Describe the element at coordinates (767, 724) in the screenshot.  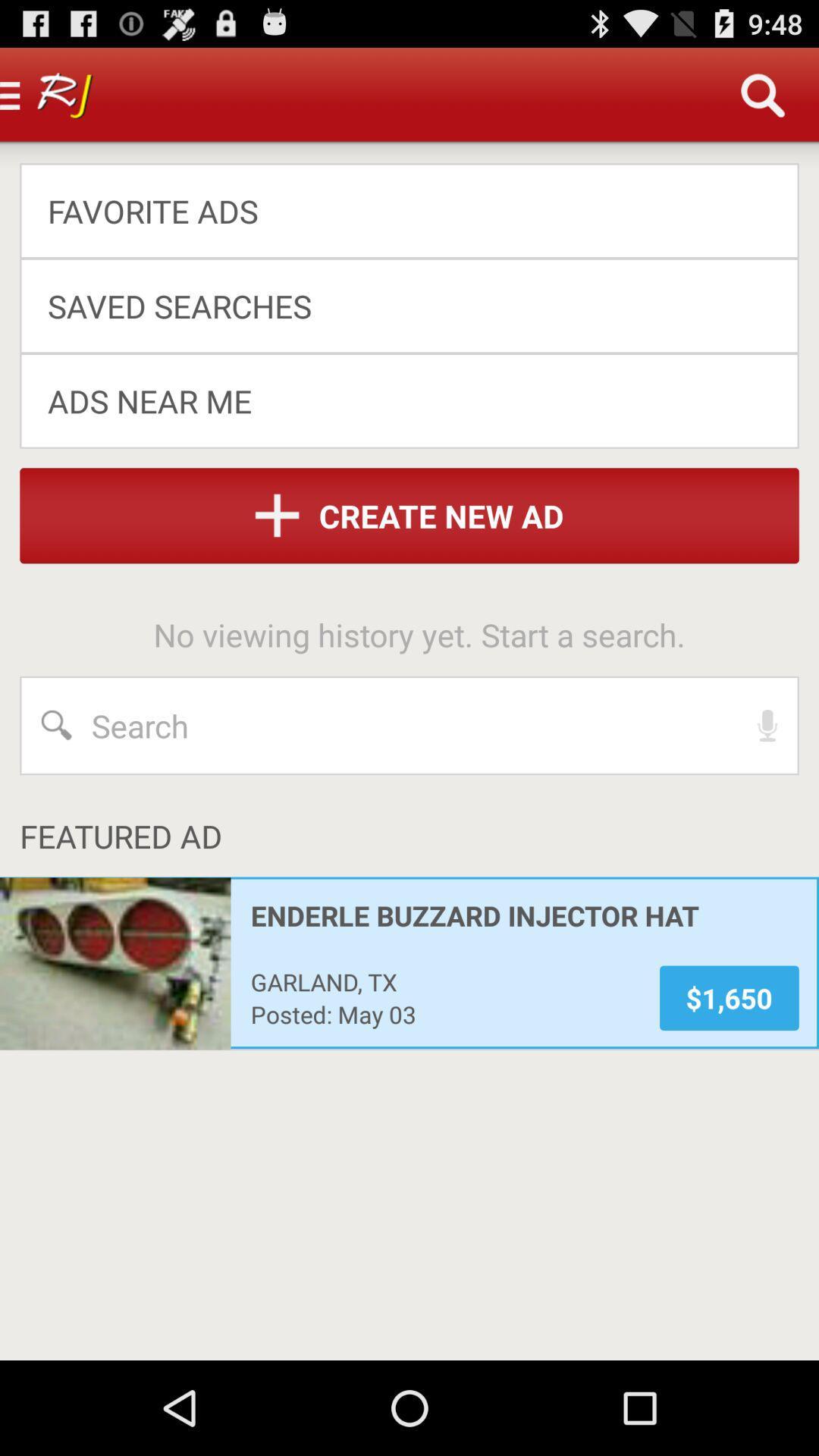
I see `the icon below the no viewing history` at that location.